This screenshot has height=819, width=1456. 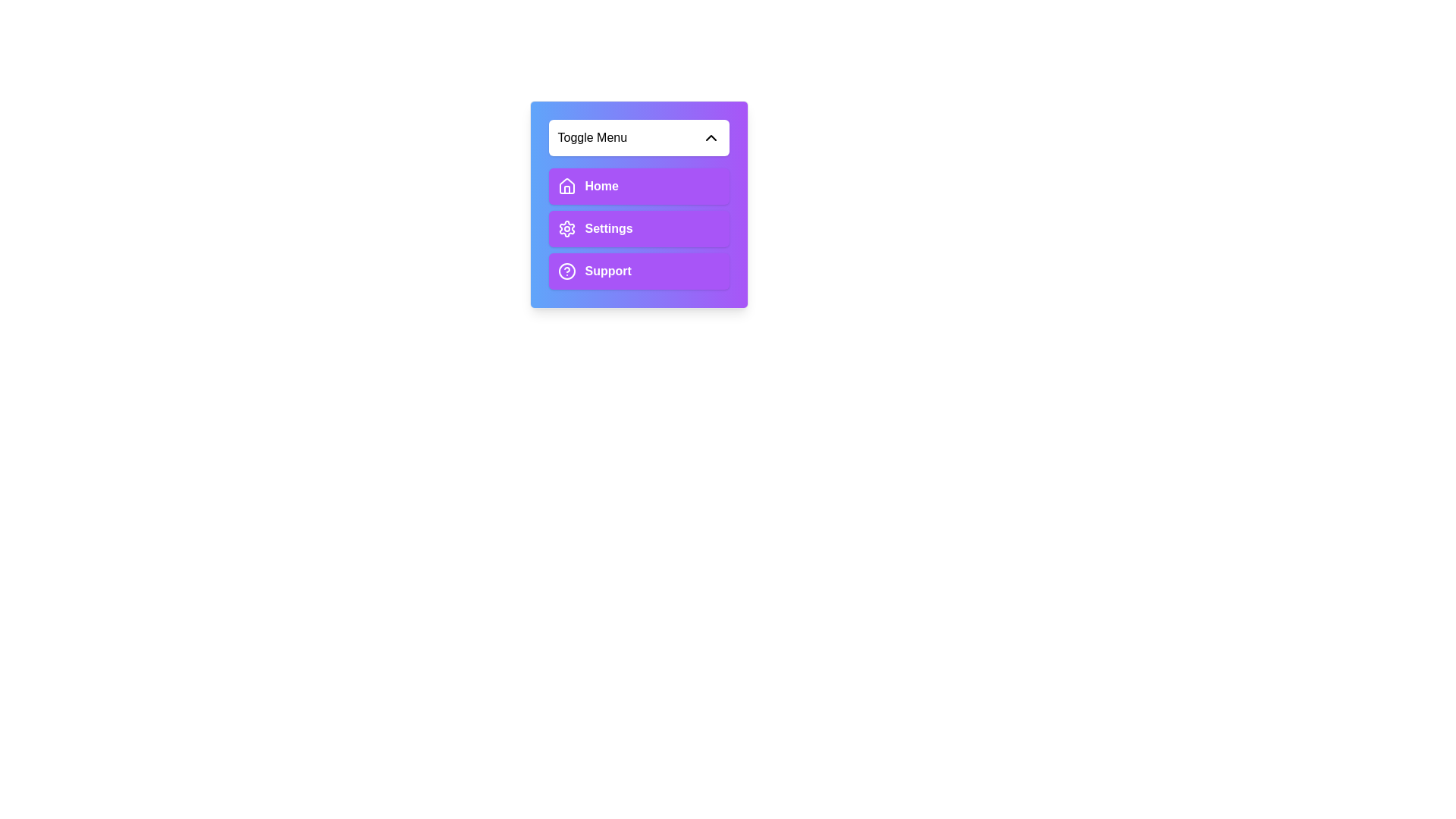 What do you see at coordinates (566, 186) in the screenshot?
I see `the house-shaped icon rendered in white` at bounding box center [566, 186].